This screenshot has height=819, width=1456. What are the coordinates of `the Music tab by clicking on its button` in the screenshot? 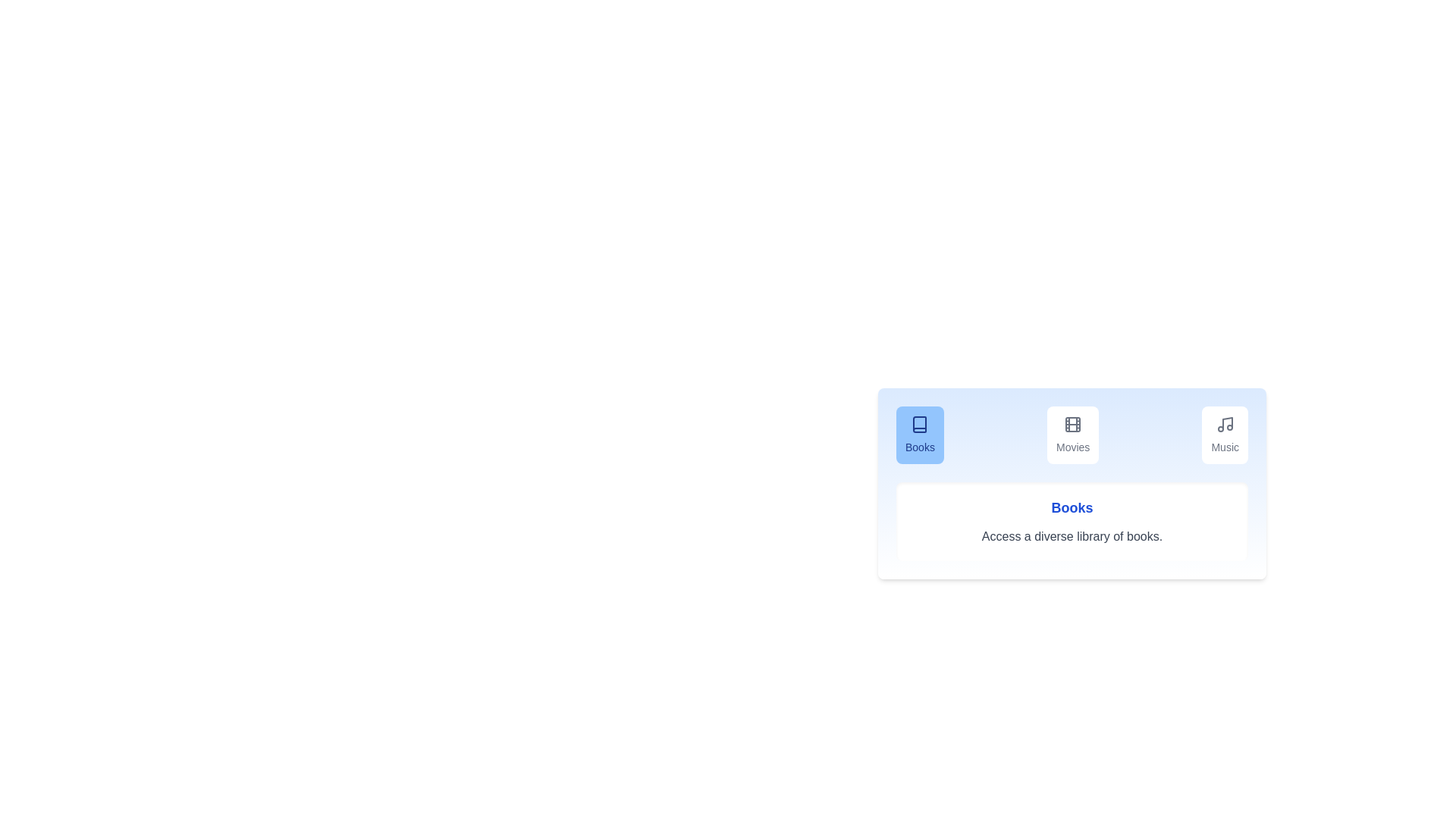 It's located at (1224, 435).